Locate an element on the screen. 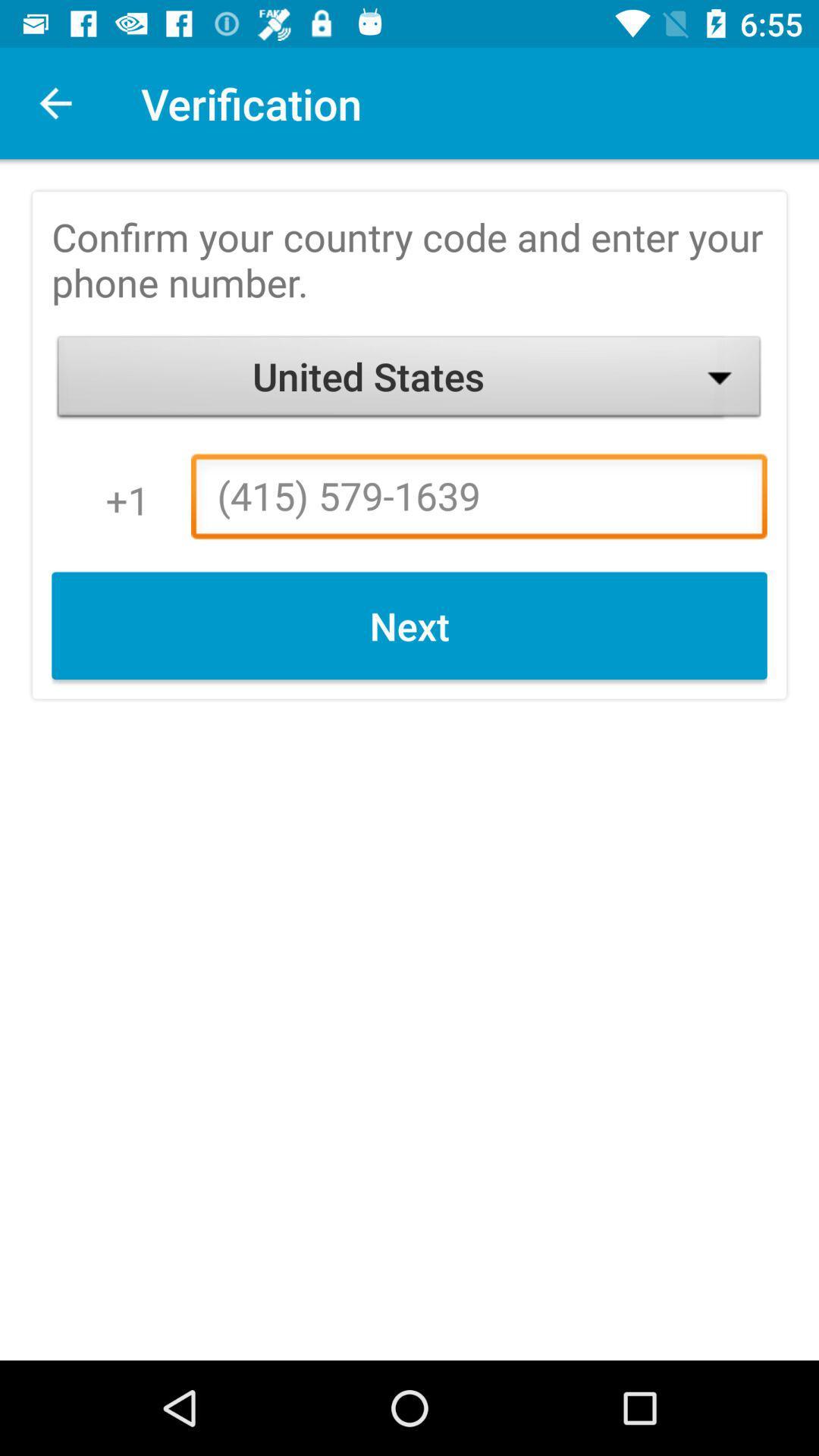 Image resolution: width=819 pixels, height=1456 pixels. the icon above next item is located at coordinates (479, 500).